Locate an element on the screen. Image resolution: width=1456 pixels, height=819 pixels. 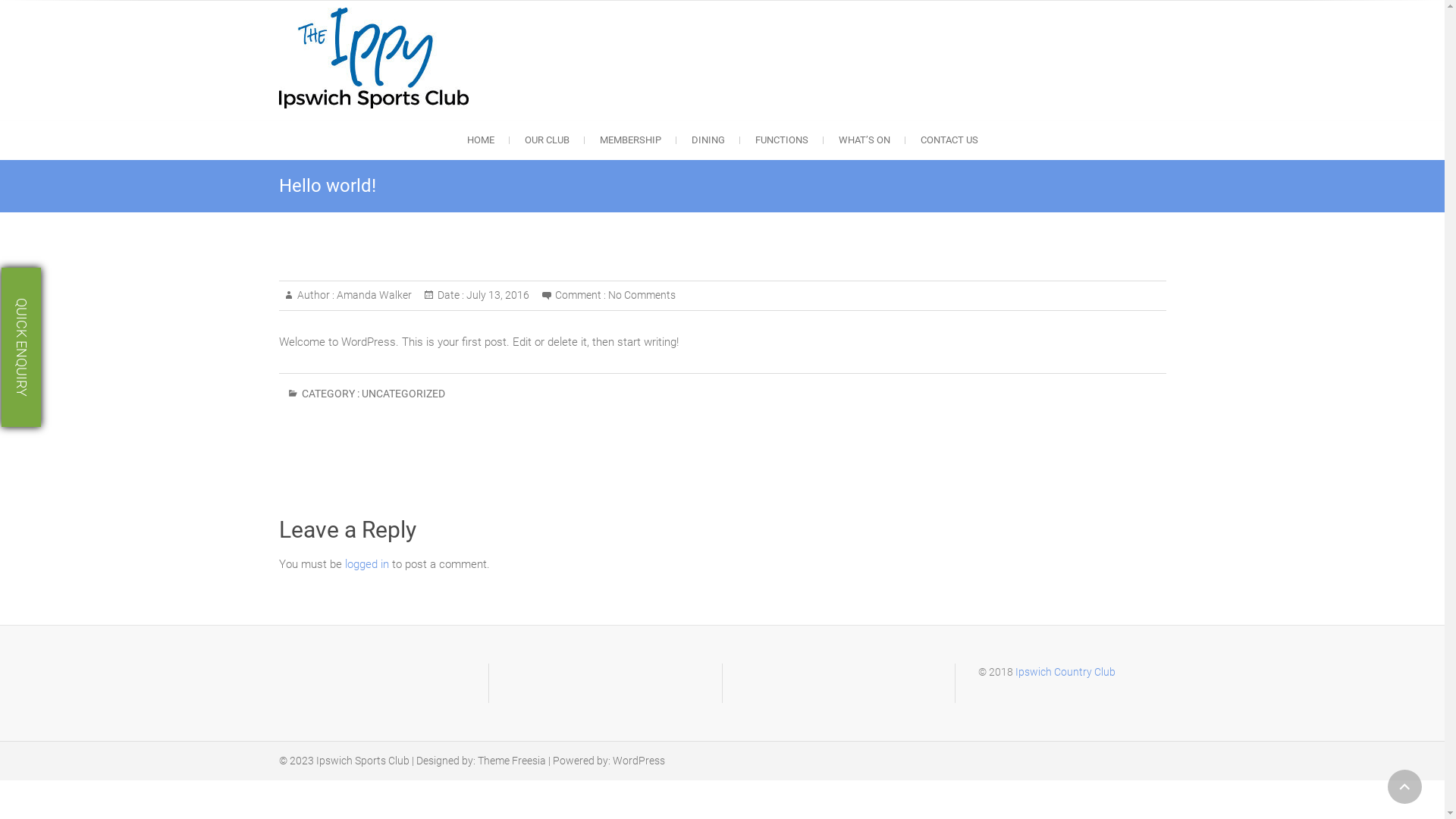
'FUNCTIONS' is located at coordinates (782, 140).